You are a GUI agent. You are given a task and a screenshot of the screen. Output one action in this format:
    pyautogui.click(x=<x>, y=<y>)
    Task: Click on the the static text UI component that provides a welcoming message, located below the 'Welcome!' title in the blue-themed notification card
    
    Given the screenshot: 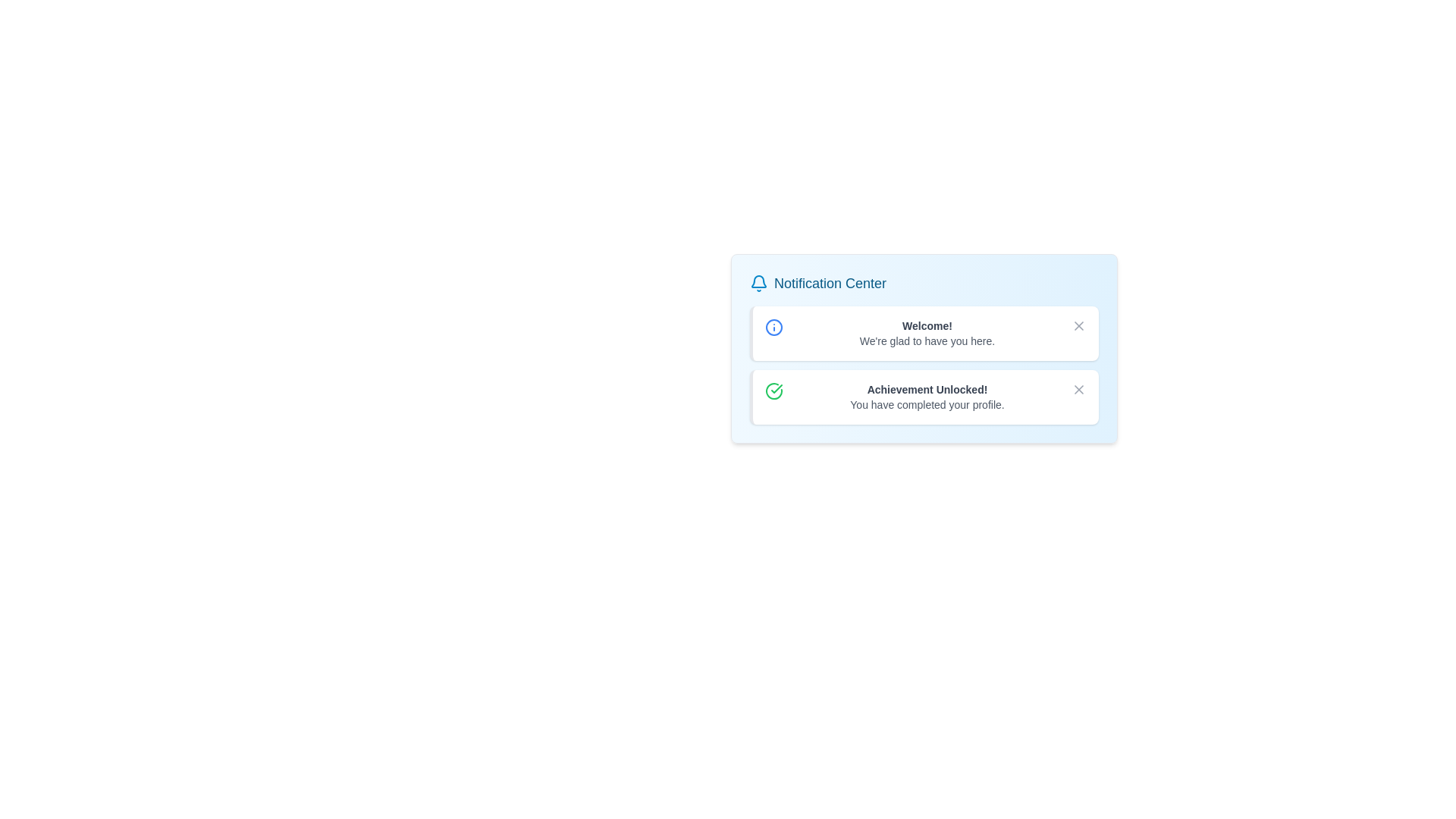 What is the action you would take?
    pyautogui.click(x=927, y=341)
    